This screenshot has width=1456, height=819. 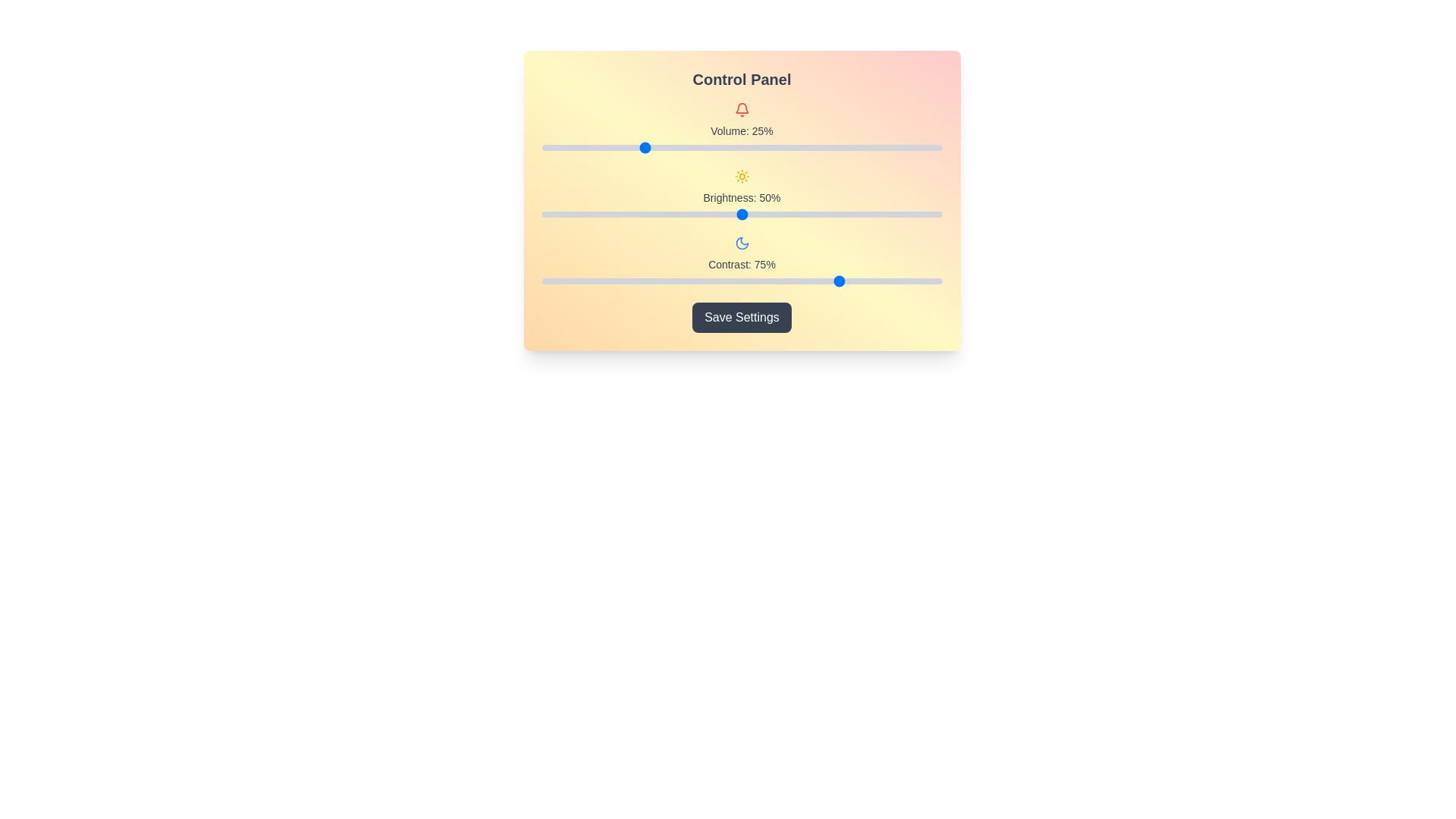 What do you see at coordinates (877, 214) in the screenshot?
I see `brightness` at bounding box center [877, 214].